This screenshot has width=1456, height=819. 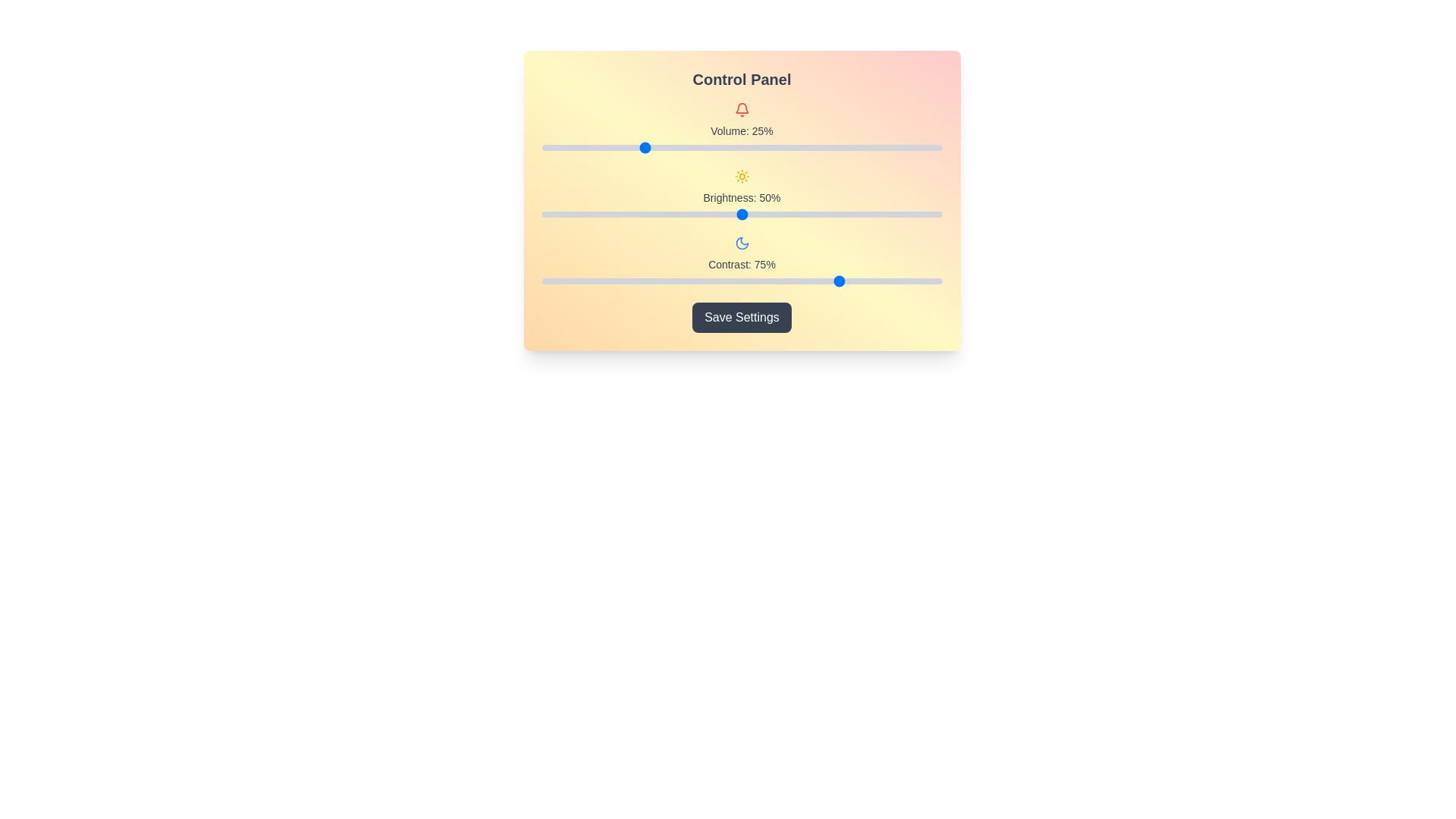 What do you see at coordinates (877, 214) in the screenshot?
I see `brightness` at bounding box center [877, 214].